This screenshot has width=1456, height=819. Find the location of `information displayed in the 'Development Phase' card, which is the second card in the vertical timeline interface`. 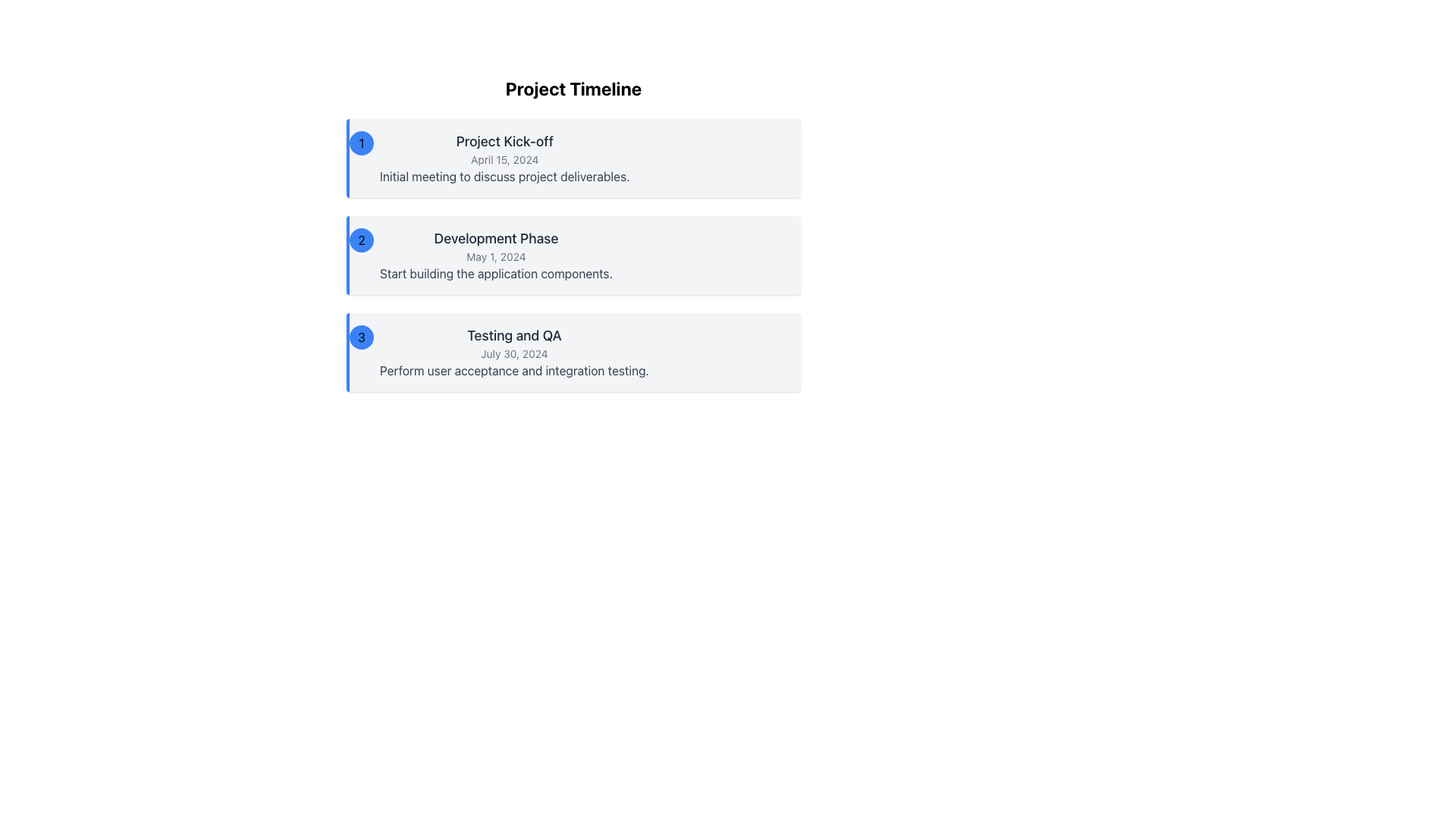

information displayed in the 'Development Phase' card, which is the second card in the vertical timeline interface is located at coordinates (573, 234).